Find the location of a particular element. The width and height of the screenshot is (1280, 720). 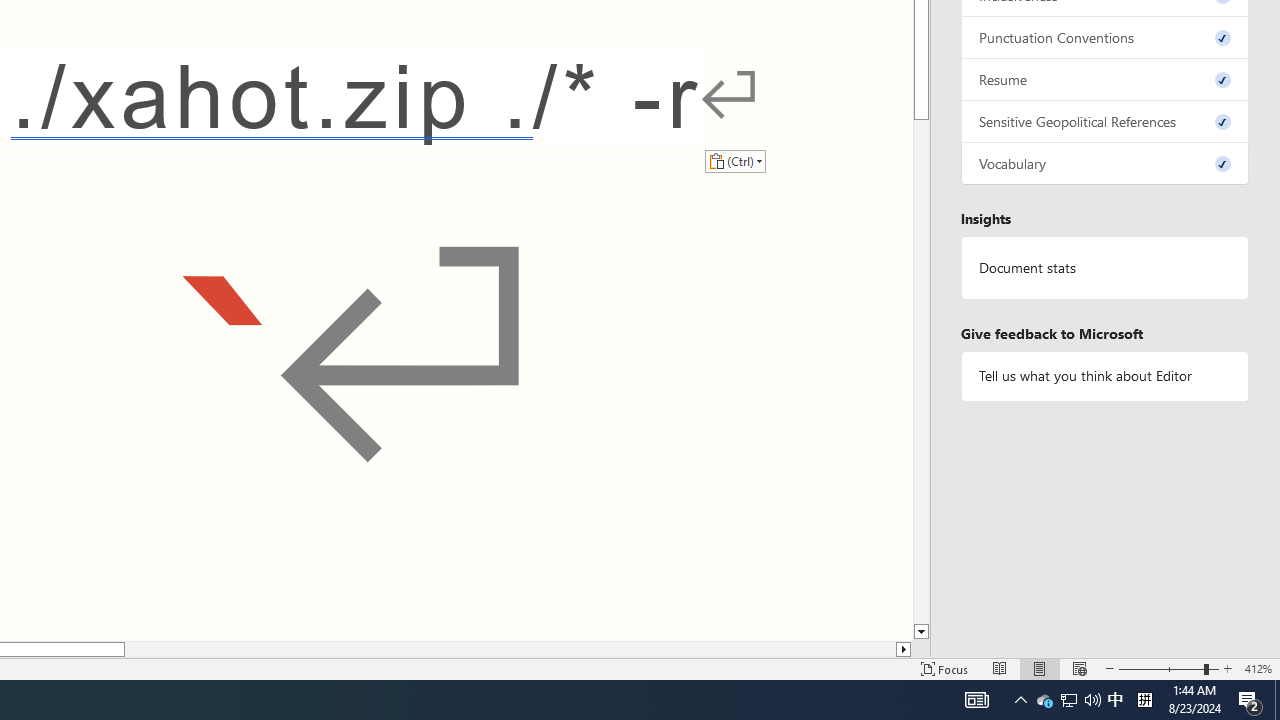

'Column right' is located at coordinates (903, 649).